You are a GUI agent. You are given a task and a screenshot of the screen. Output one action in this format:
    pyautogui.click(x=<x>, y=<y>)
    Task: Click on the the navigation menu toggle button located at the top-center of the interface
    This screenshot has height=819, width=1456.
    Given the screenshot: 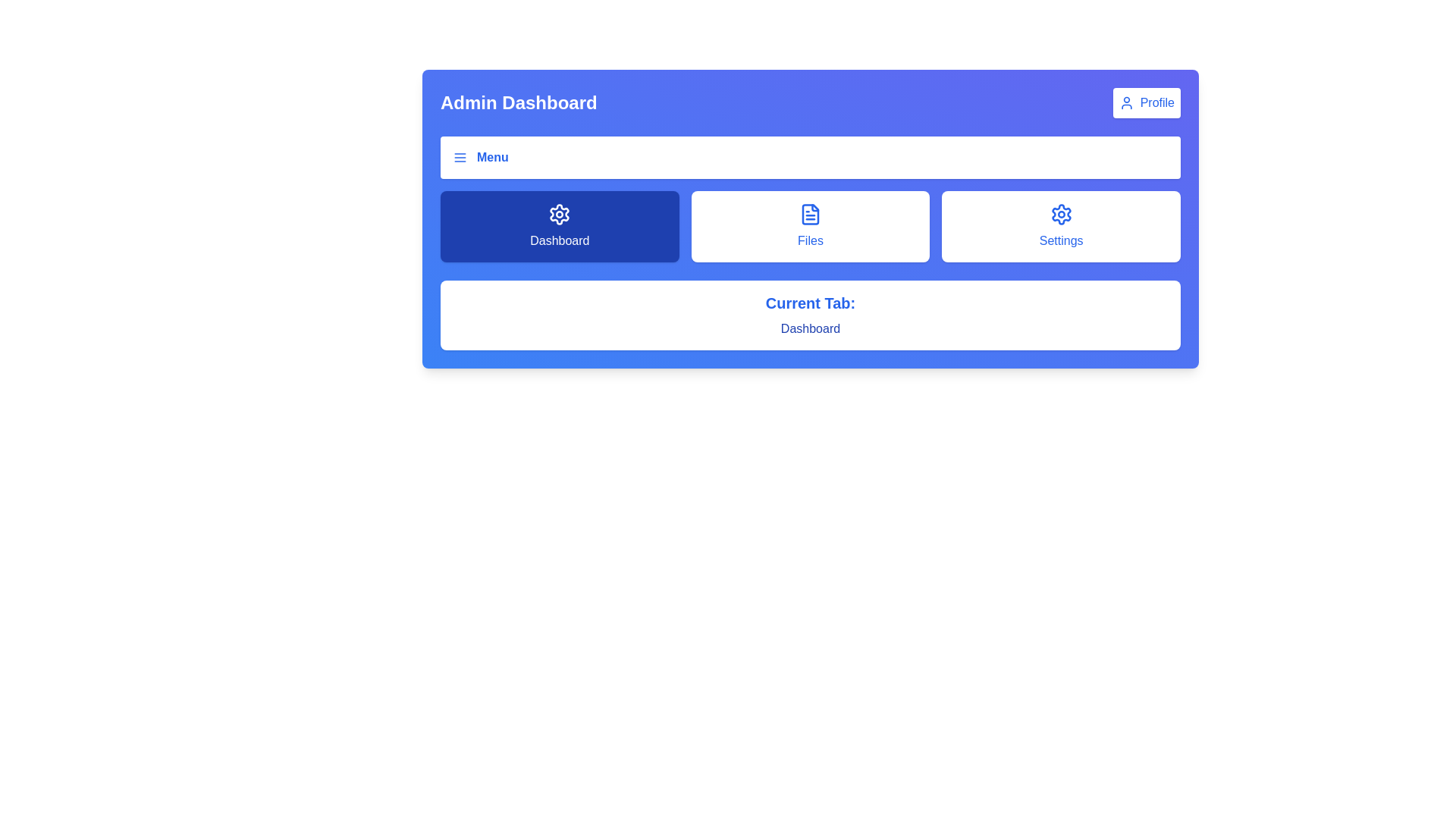 What is the action you would take?
    pyautogui.click(x=810, y=158)
    